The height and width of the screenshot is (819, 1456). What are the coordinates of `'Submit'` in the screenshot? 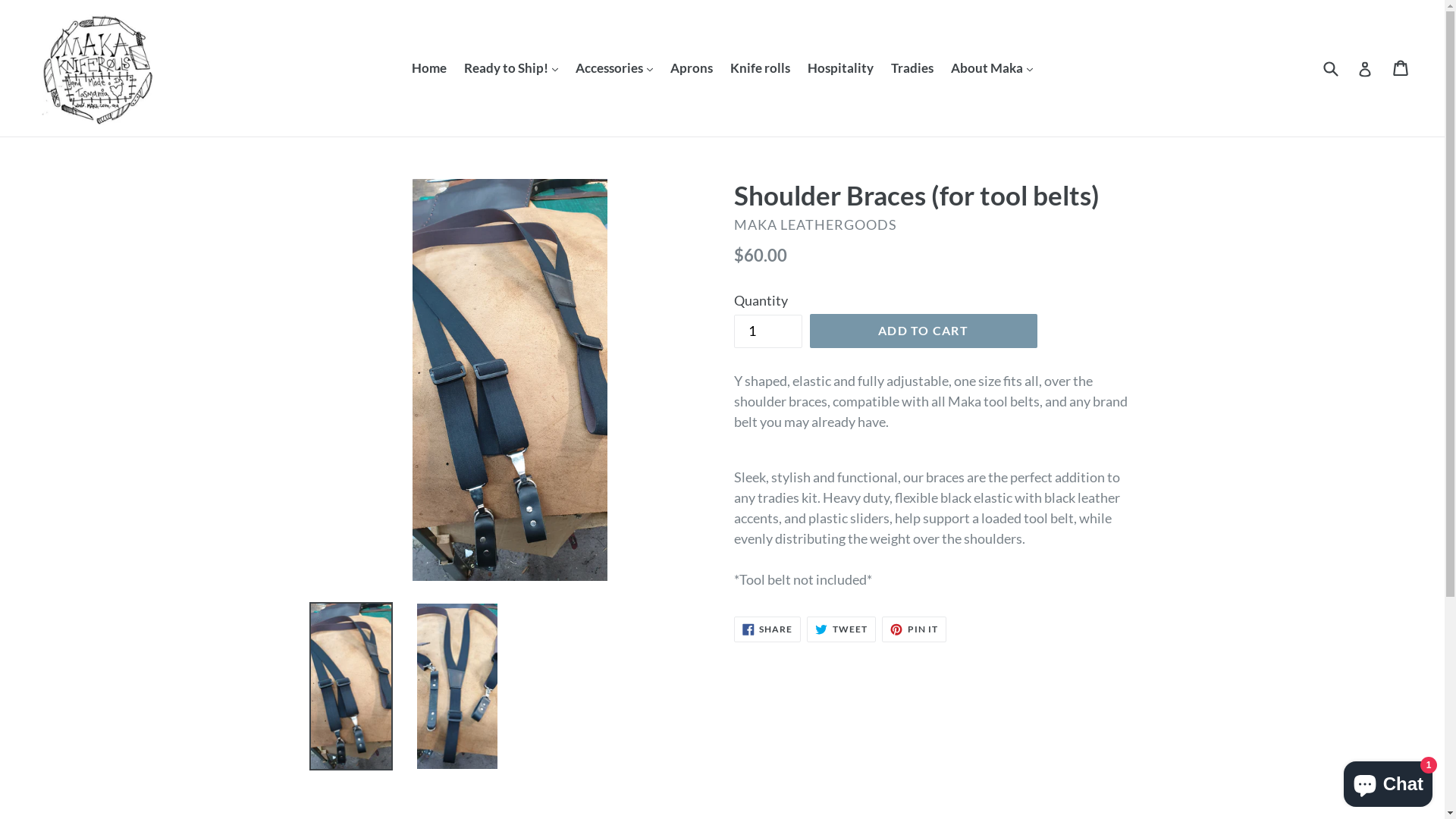 It's located at (1329, 67).